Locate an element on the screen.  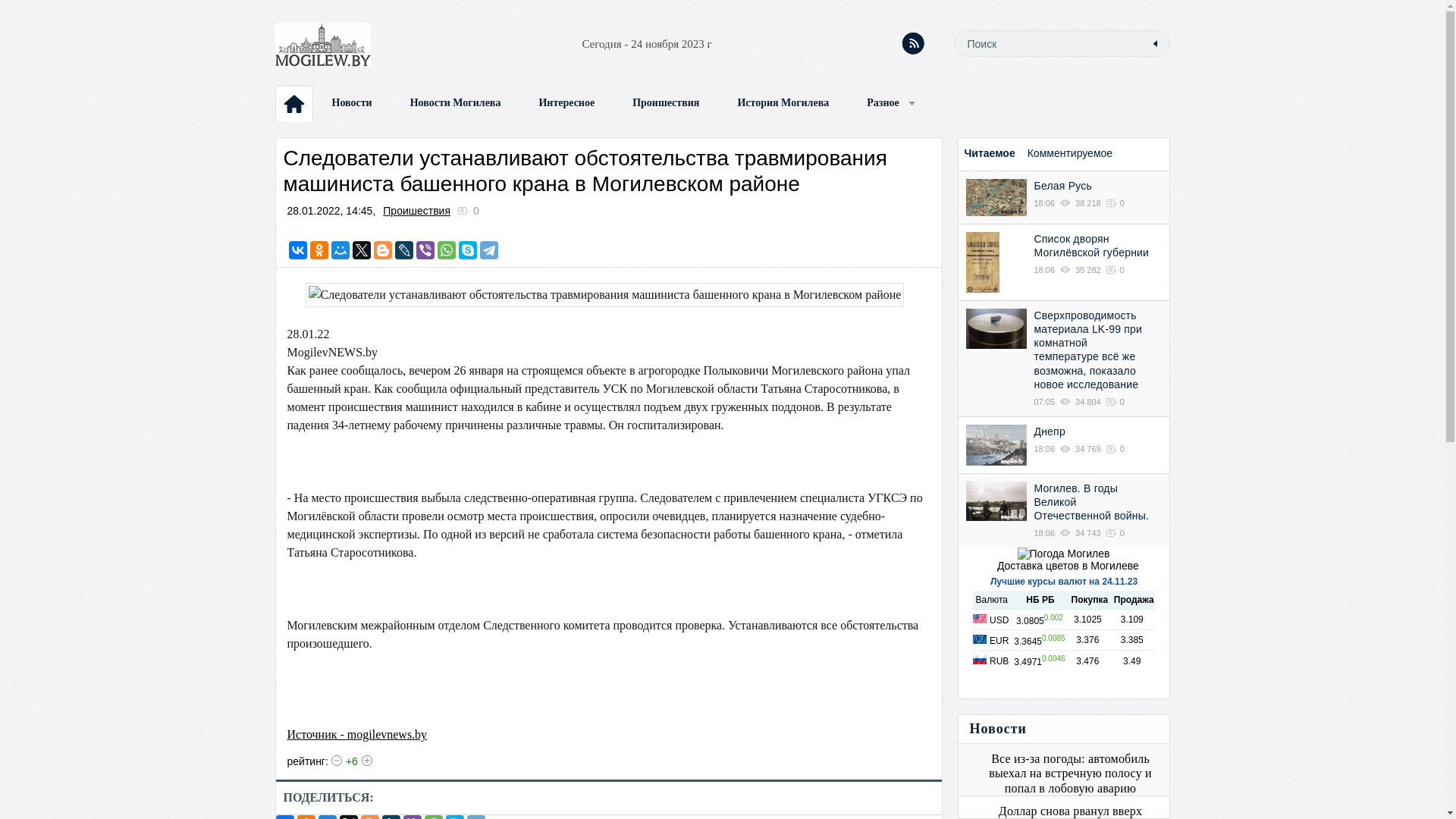
'Blogger' is located at coordinates (382, 249).